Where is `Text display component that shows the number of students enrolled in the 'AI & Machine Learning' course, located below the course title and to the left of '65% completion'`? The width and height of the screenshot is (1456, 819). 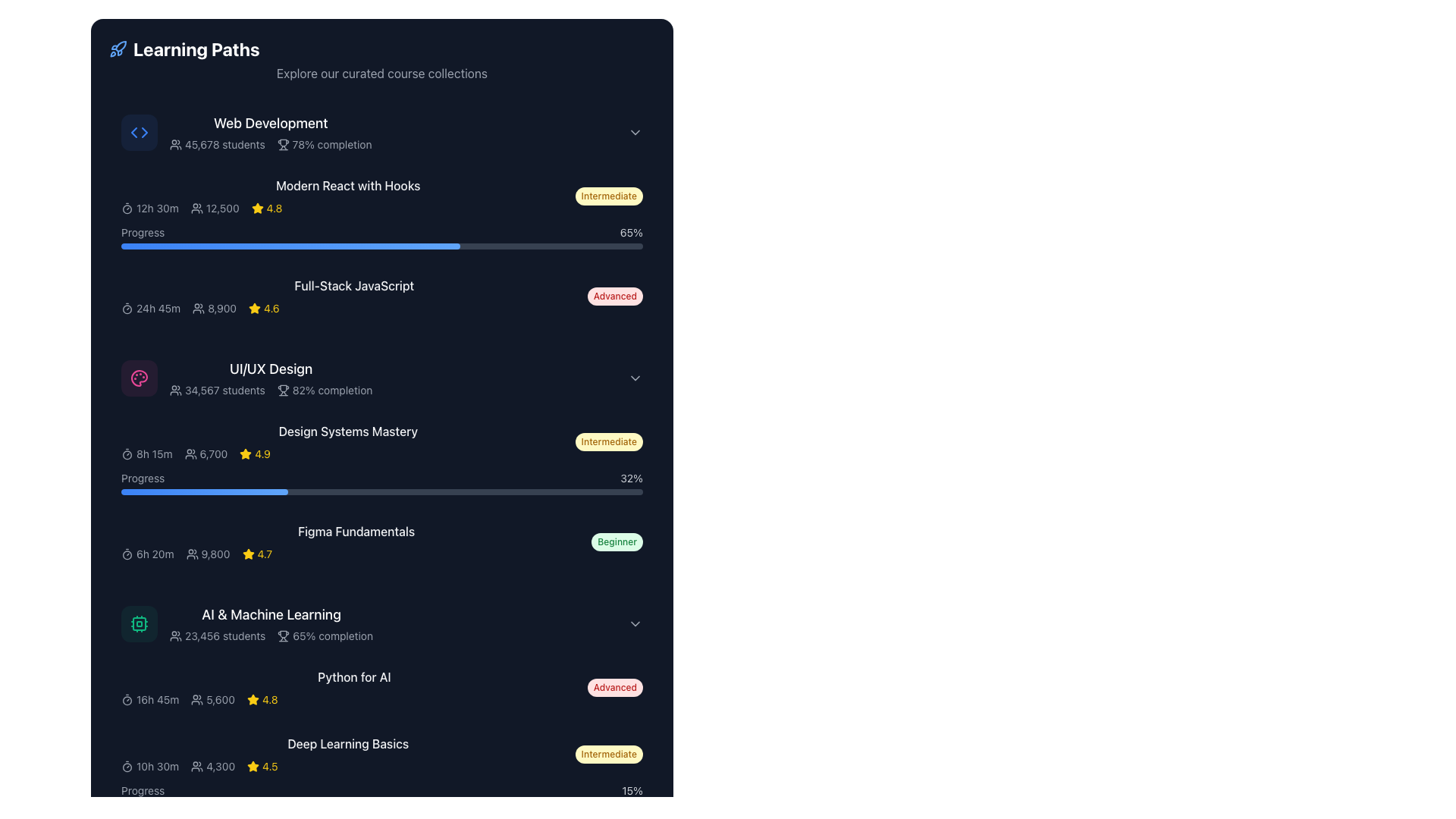
Text display component that shows the number of students enrolled in the 'AI & Machine Learning' course, located below the course title and to the left of '65% completion' is located at coordinates (217, 636).